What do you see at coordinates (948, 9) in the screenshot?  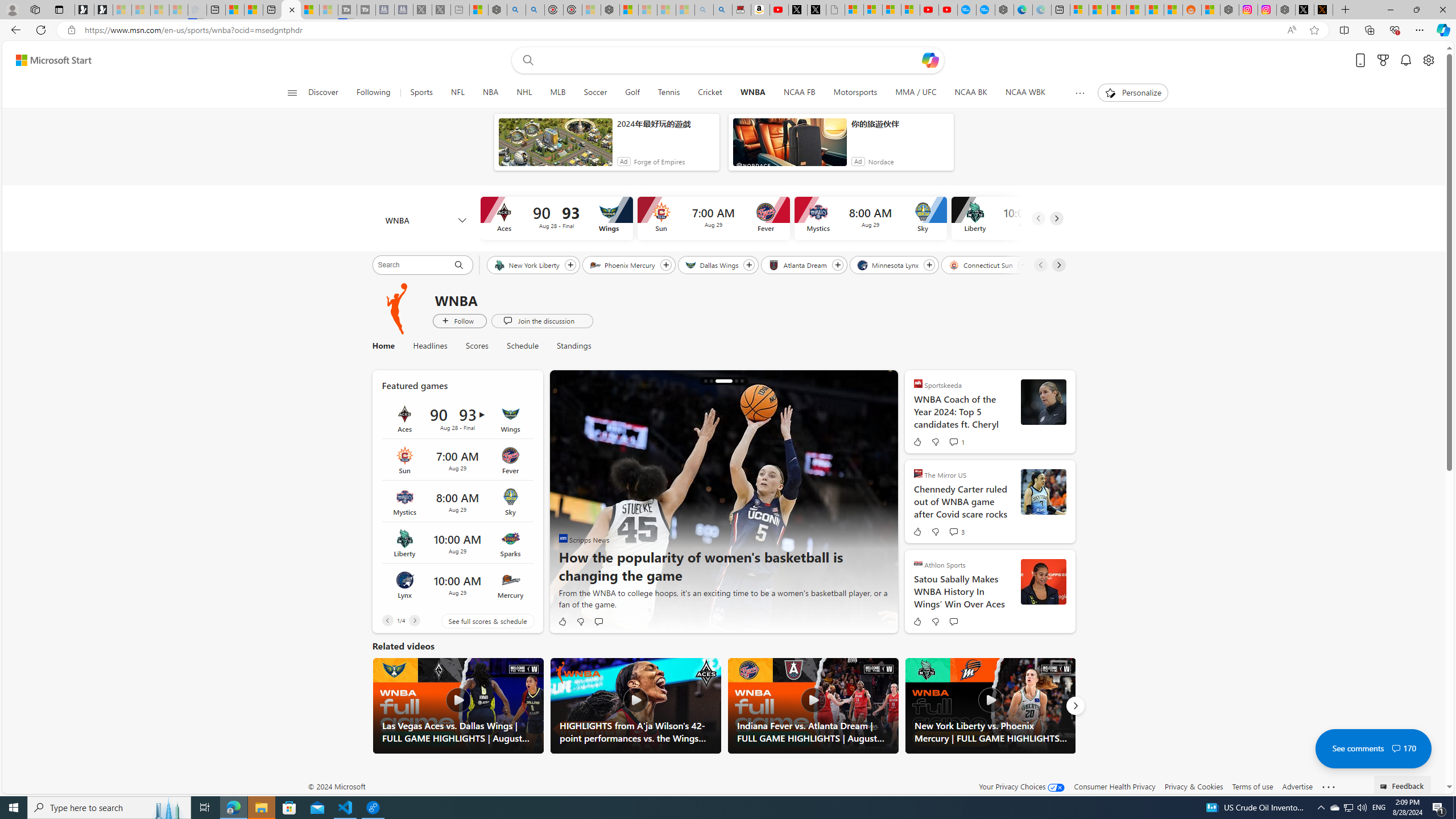 I see `'YouTube Kids - An App Created for Kids to Explore Content'` at bounding box center [948, 9].